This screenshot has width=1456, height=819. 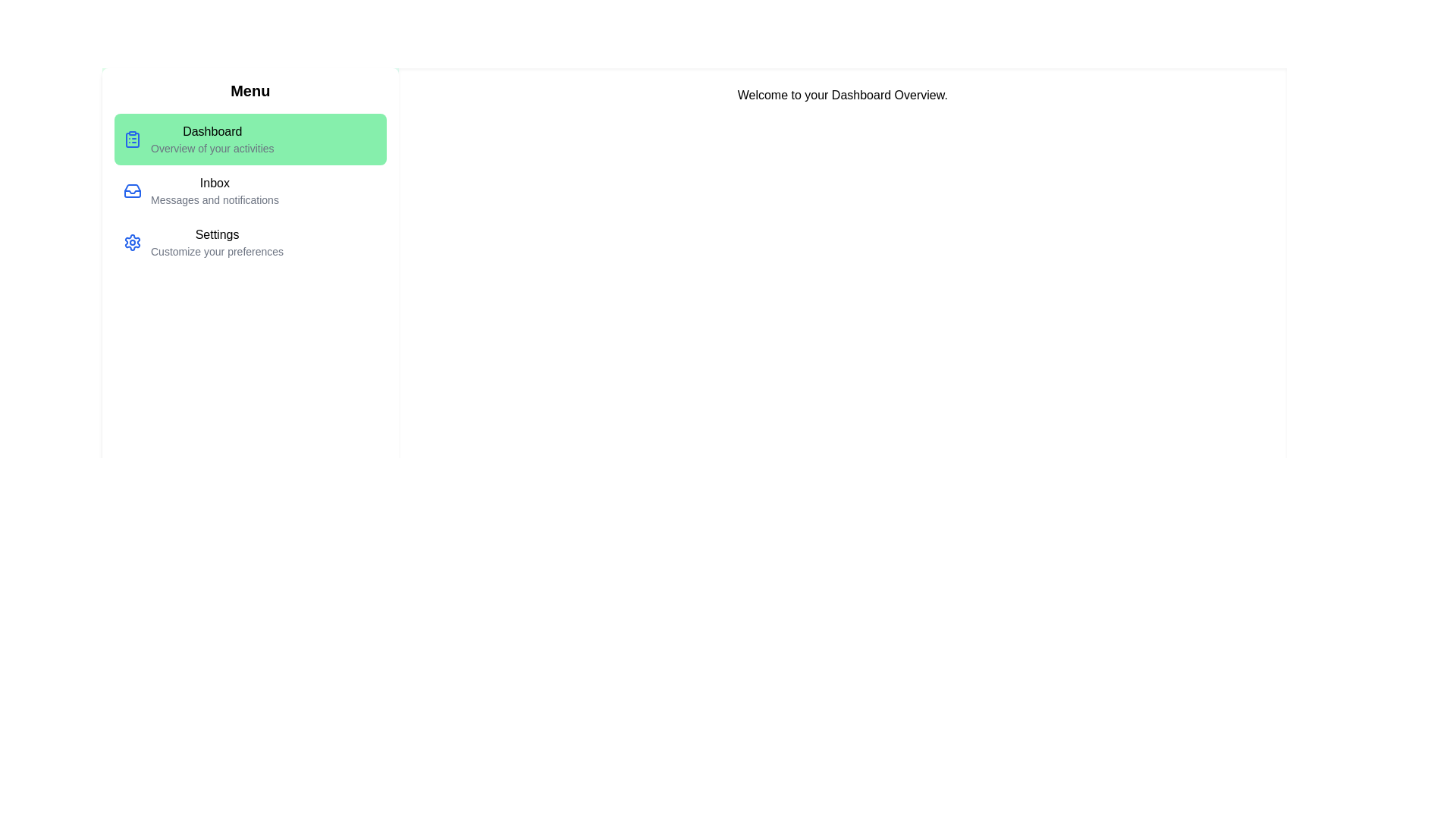 I want to click on the menu item corresponding to Dashboard, so click(x=250, y=140).